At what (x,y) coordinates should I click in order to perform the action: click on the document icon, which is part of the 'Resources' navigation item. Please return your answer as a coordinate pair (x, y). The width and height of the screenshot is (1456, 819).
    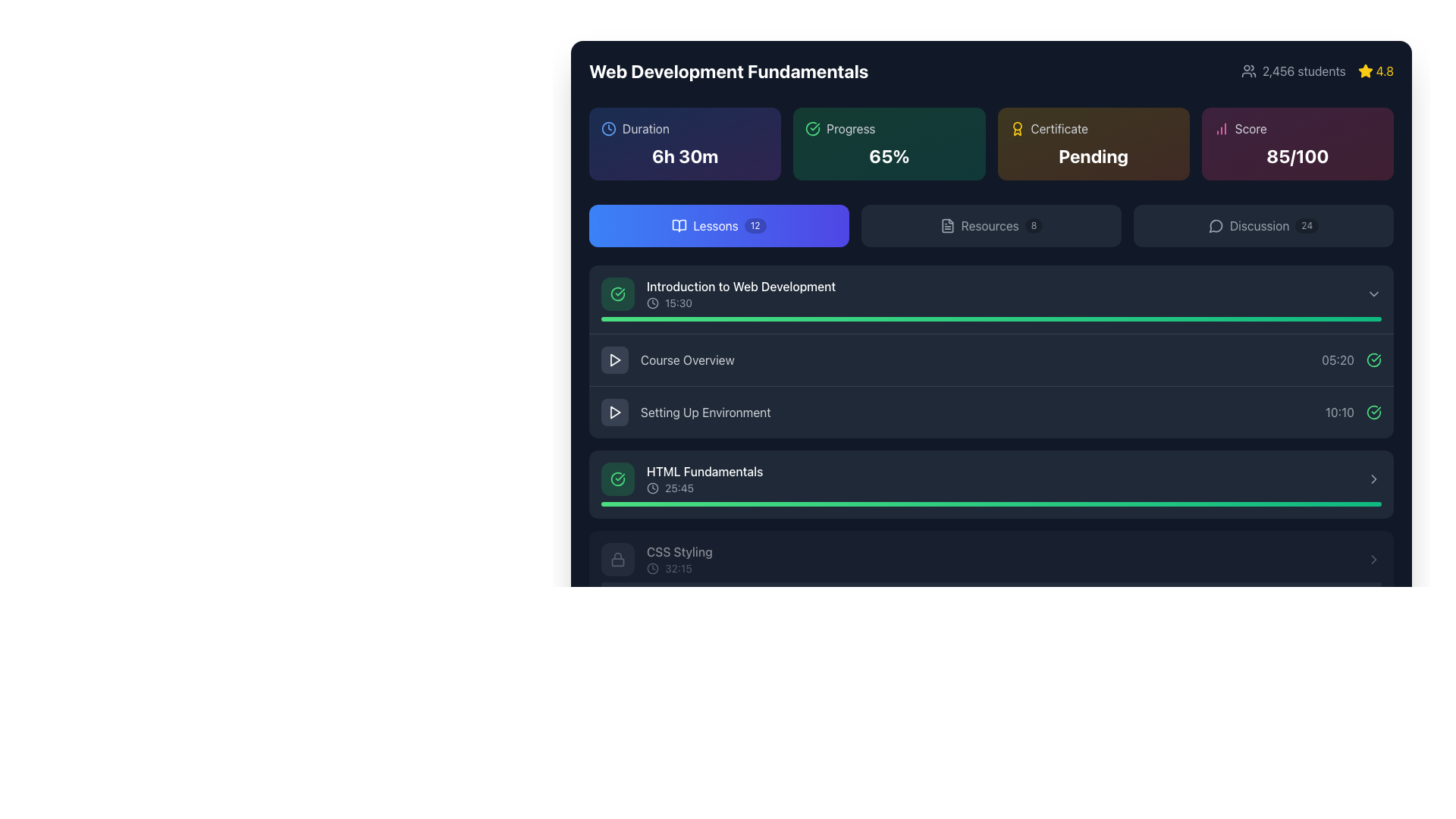
    Looking at the image, I should click on (946, 225).